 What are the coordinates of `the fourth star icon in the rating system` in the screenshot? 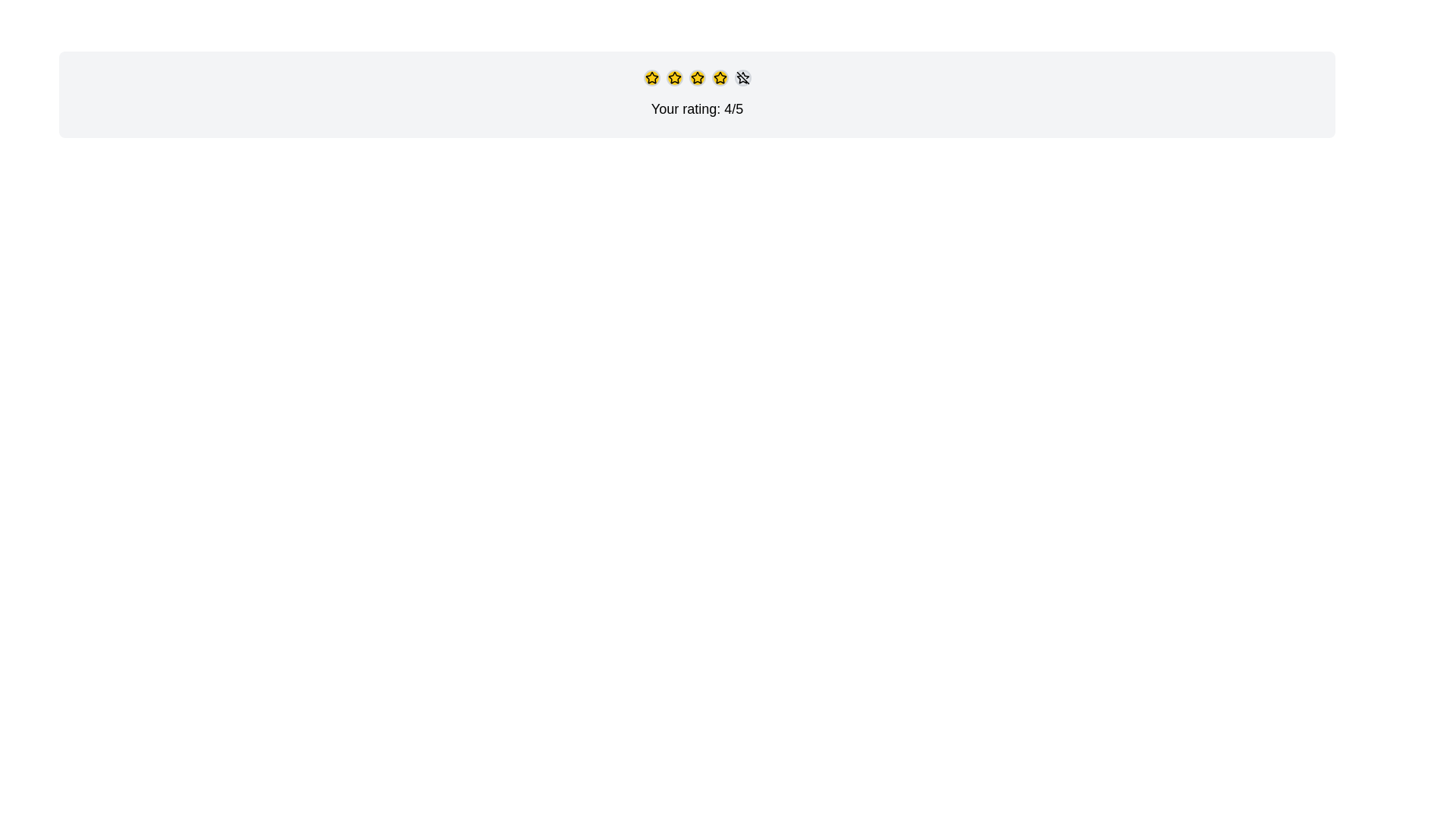 It's located at (696, 77).